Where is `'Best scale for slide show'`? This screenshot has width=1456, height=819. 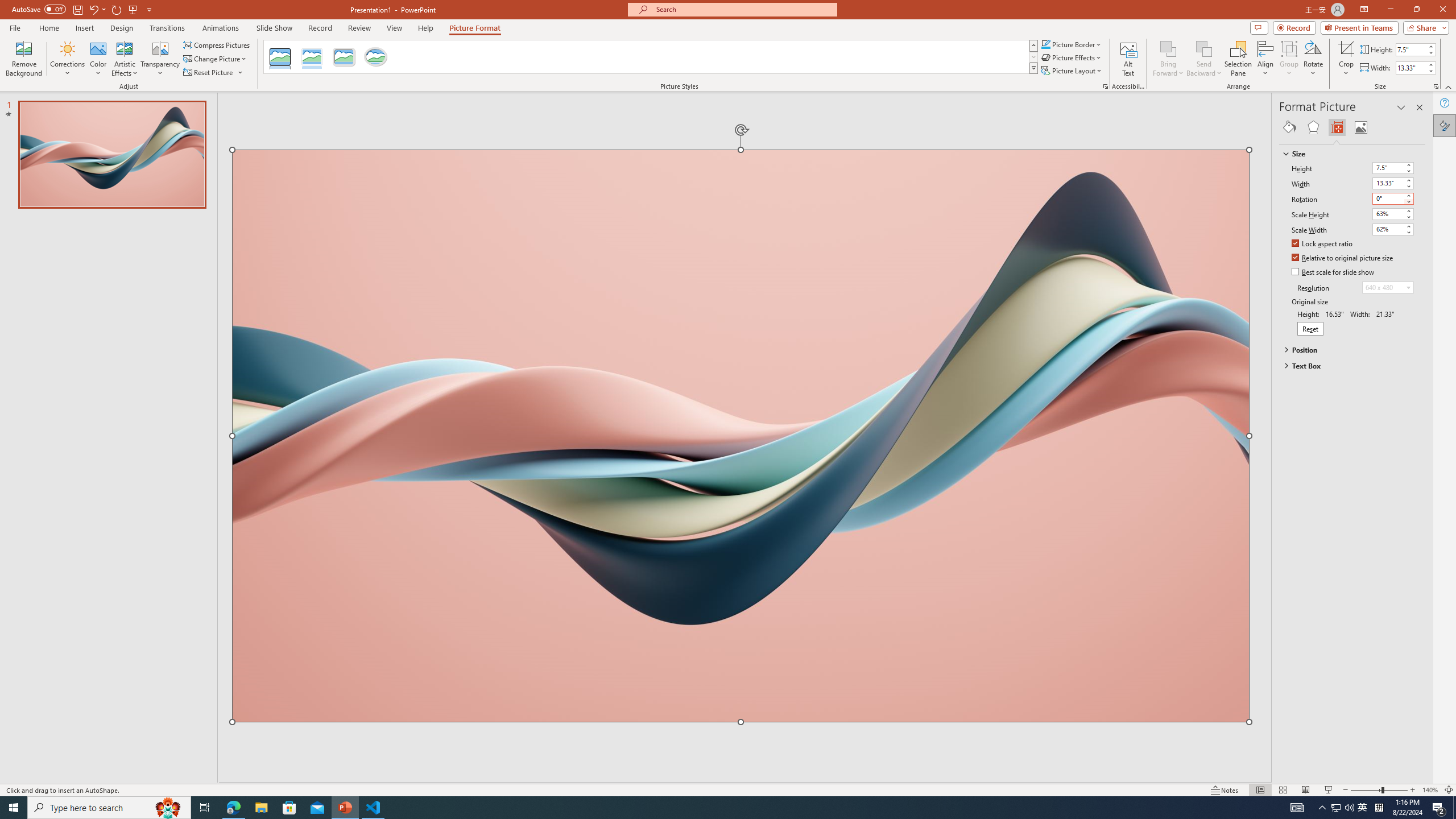
'Best scale for slide show' is located at coordinates (1333, 272).